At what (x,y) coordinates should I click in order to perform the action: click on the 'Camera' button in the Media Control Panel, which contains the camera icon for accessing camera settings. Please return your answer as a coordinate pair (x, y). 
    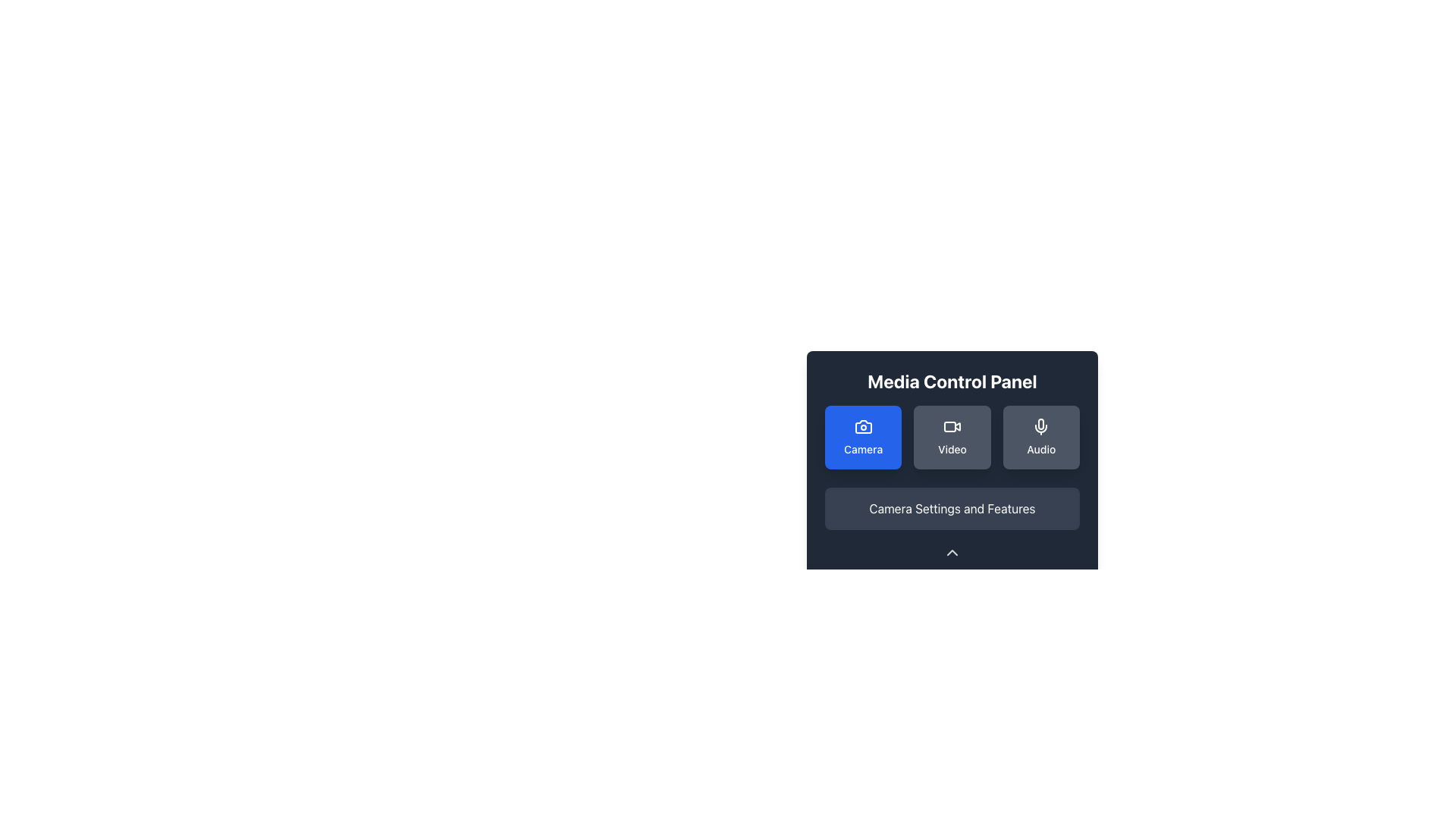
    Looking at the image, I should click on (863, 427).